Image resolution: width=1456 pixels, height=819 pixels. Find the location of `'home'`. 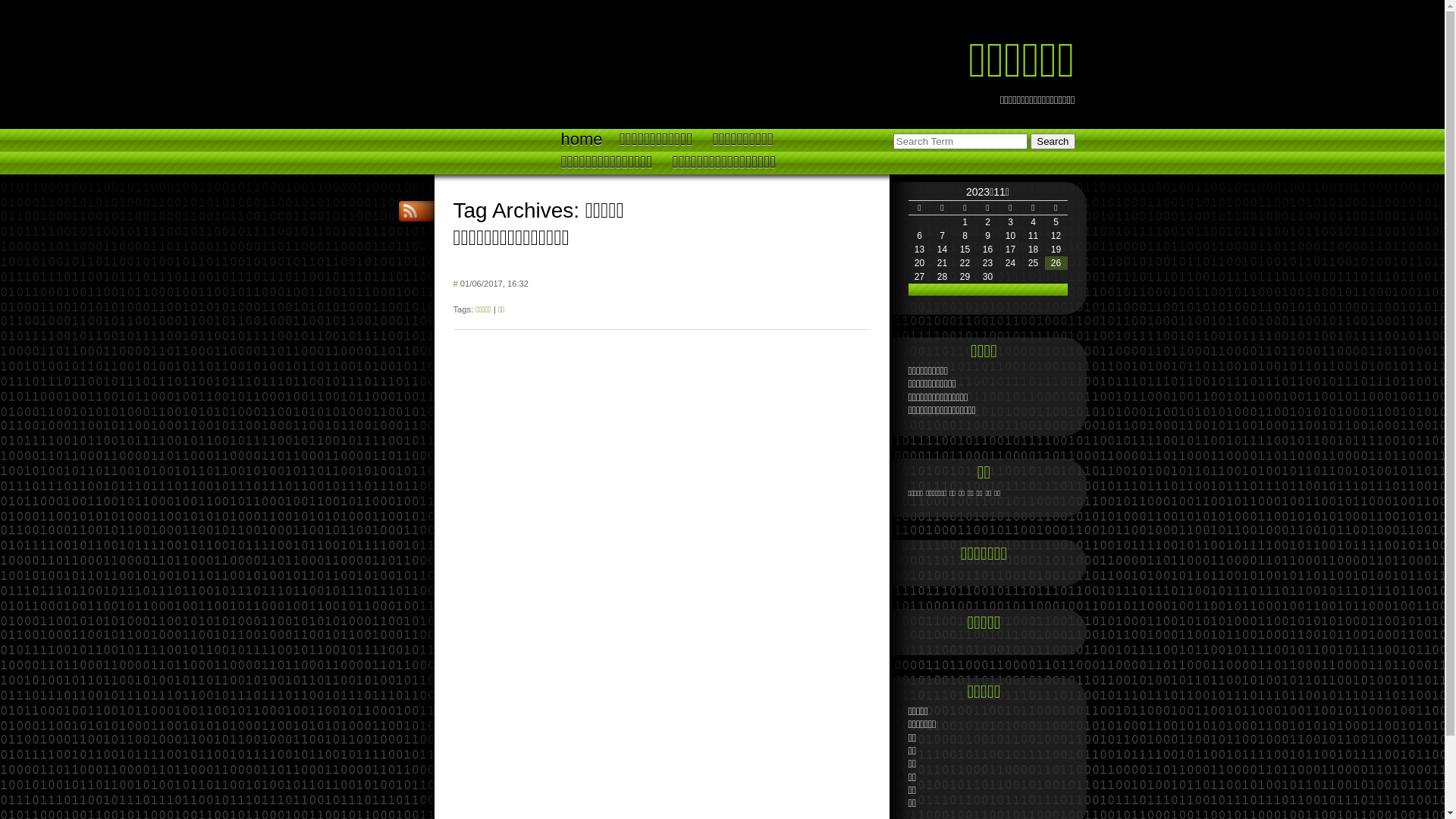

'home' is located at coordinates (556, 140).